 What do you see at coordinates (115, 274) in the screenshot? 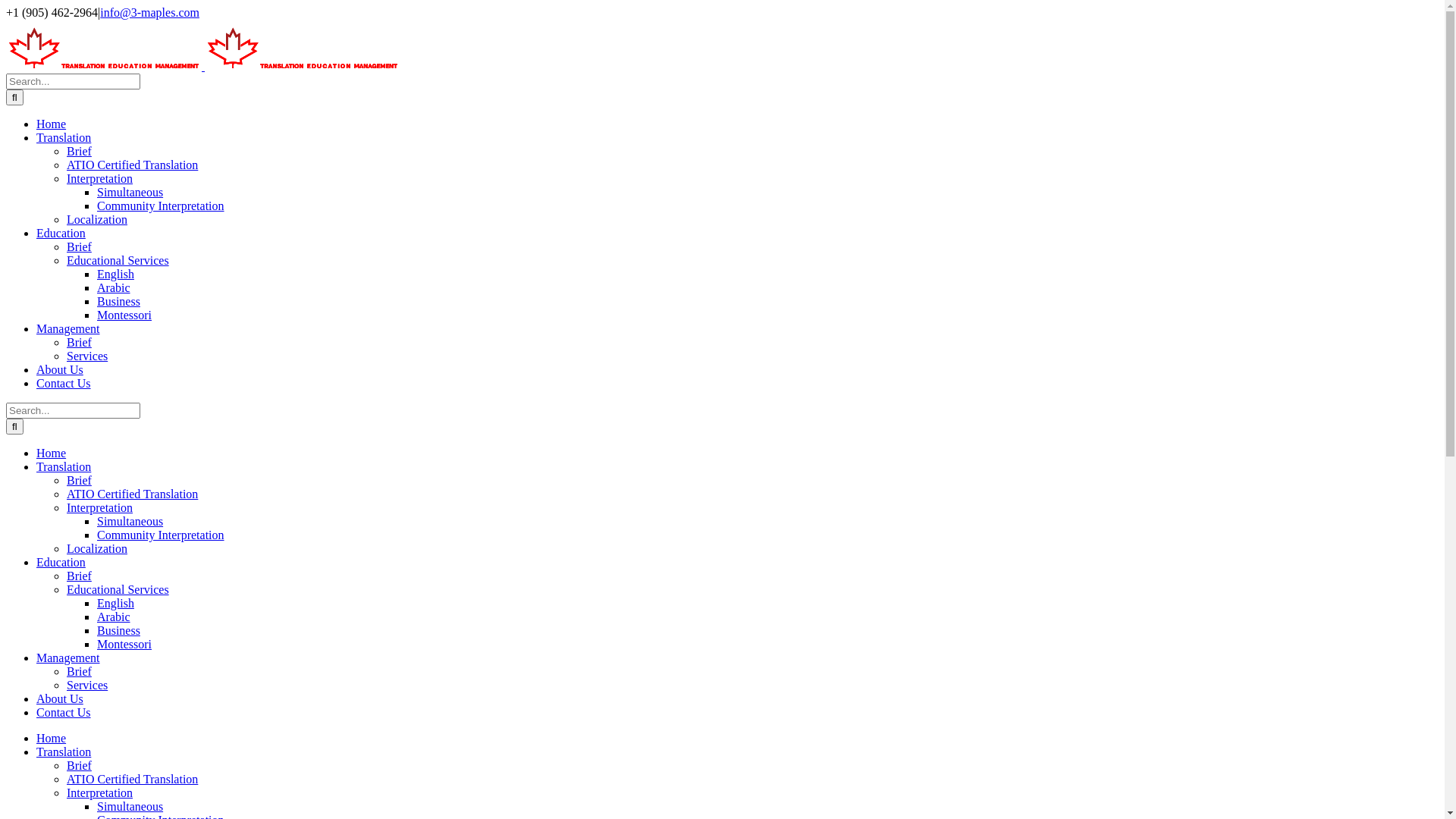
I see `'English'` at bounding box center [115, 274].